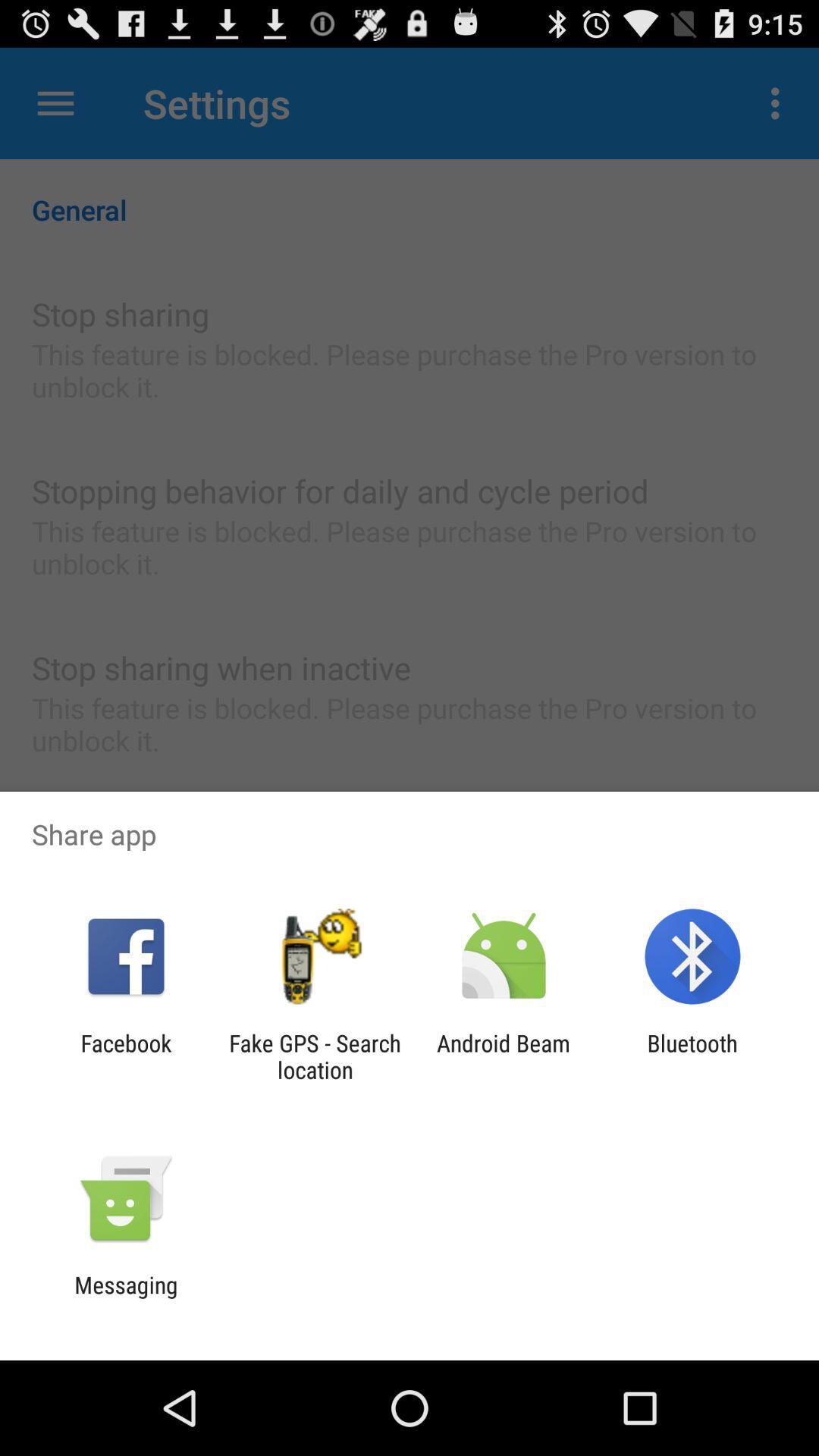 Image resolution: width=819 pixels, height=1456 pixels. Describe the element at coordinates (125, 1298) in the screenshot. I see `the messaging` at that location.